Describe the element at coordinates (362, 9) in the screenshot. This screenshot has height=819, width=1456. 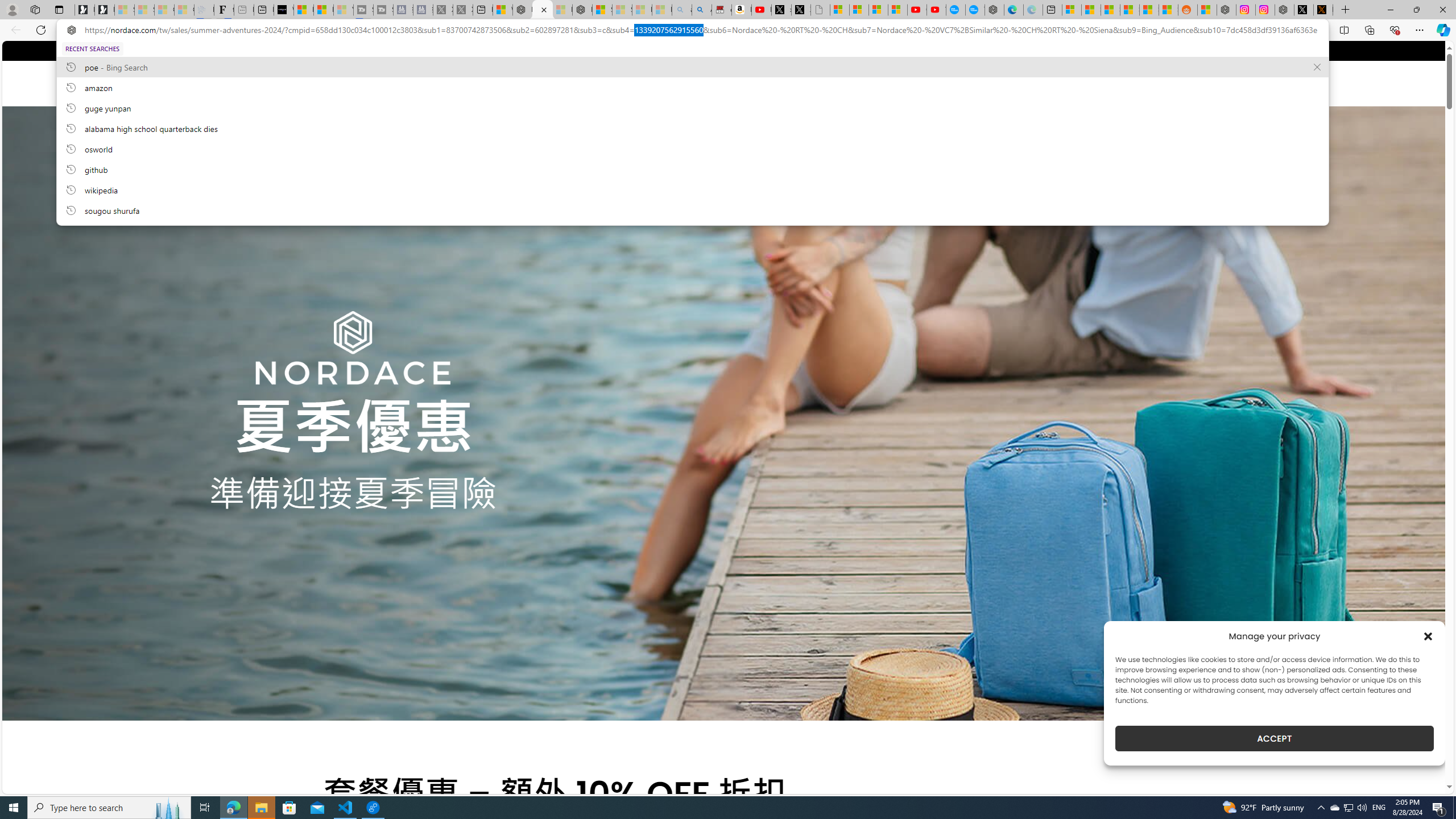
I see `'Streaming Coverage | T3 - Sleeping'` at that location.